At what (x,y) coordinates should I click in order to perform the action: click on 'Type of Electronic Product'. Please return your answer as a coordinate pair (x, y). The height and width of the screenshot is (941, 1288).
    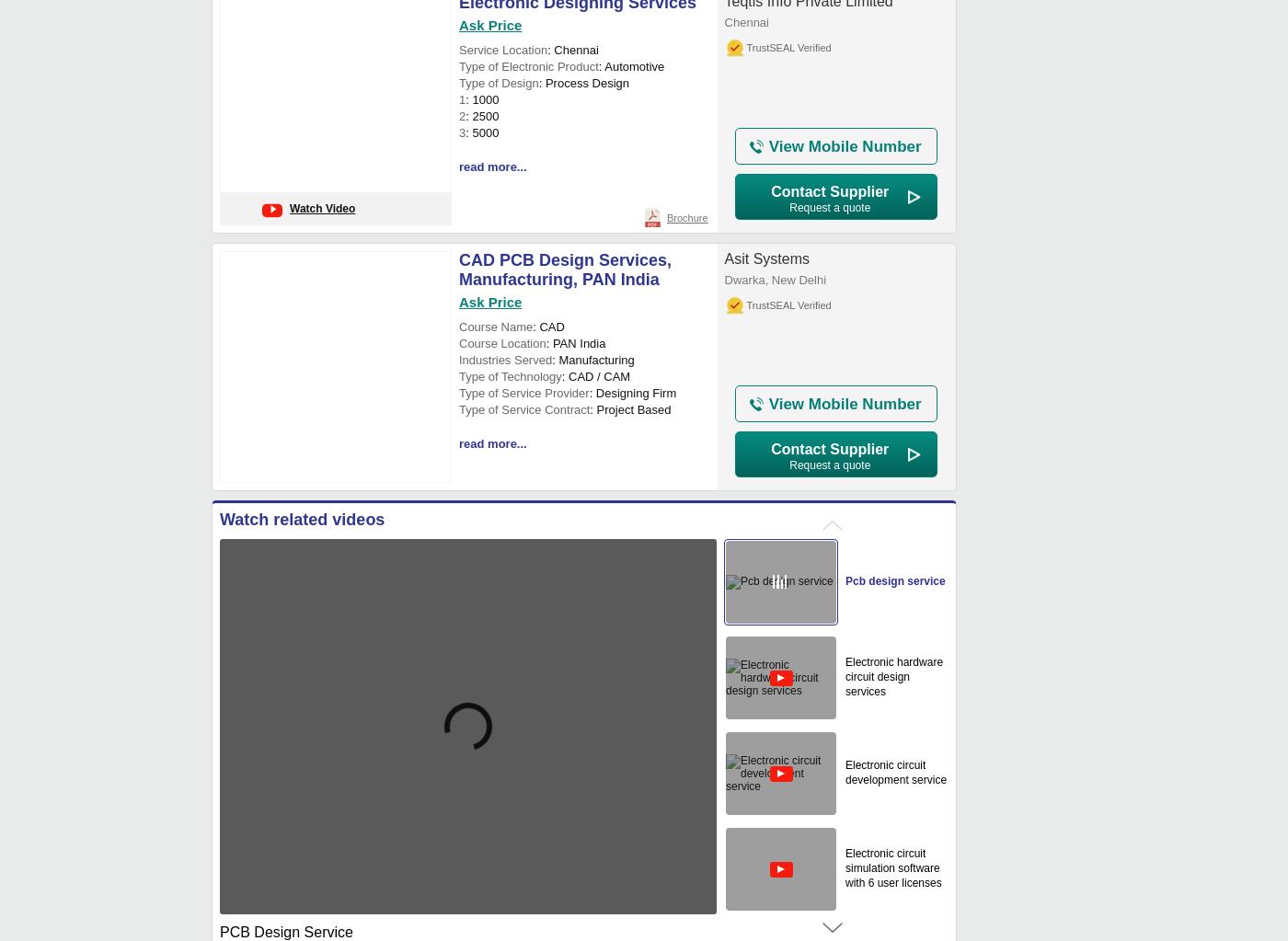
    Looking at the image, I should click on (458, 65).